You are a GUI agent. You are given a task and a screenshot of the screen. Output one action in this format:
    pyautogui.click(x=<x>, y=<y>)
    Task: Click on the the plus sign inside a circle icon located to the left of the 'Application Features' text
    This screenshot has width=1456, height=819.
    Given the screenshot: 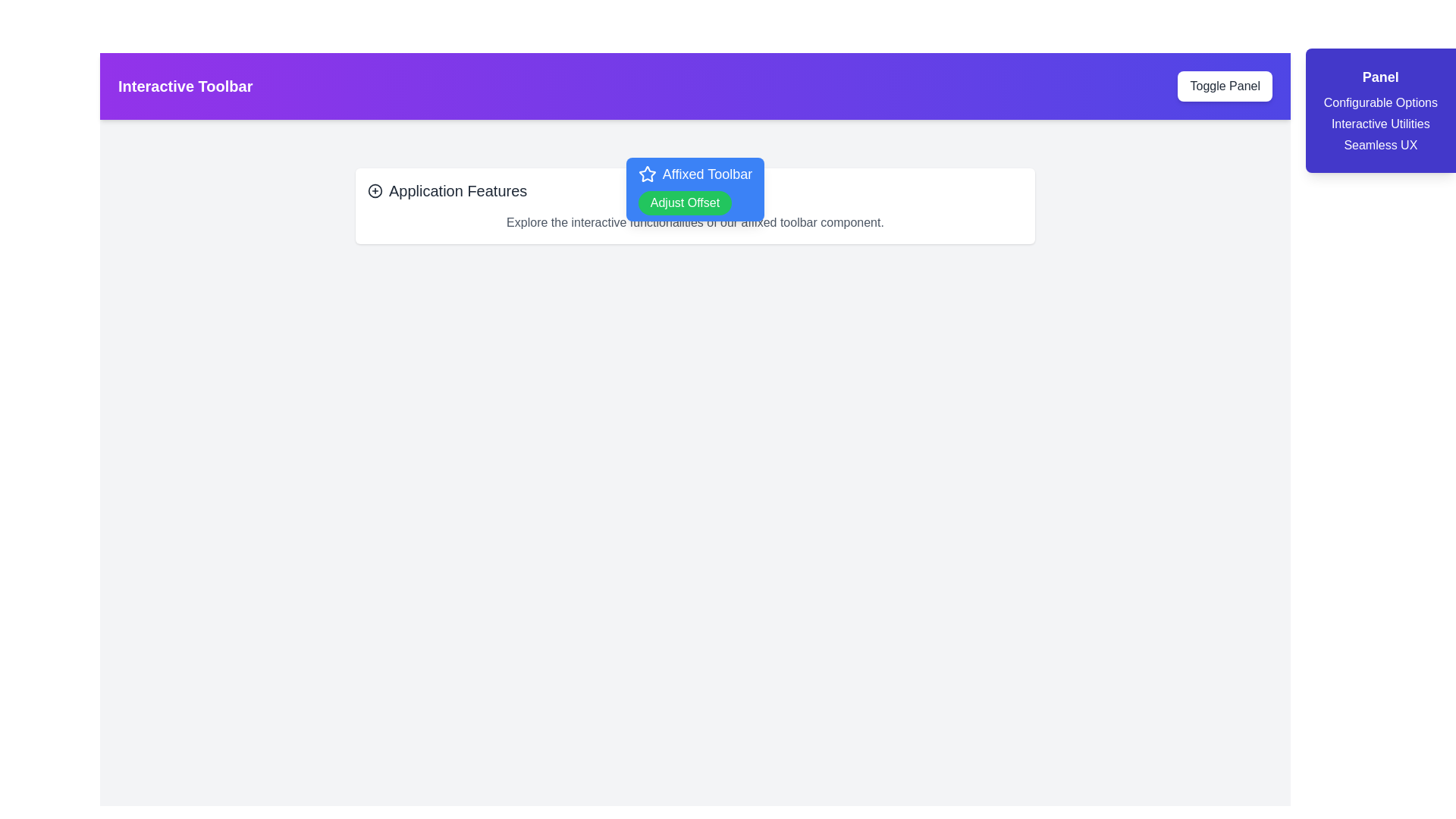 What is the action you would take?
    pyautogui.click(x=375, y=190)
    